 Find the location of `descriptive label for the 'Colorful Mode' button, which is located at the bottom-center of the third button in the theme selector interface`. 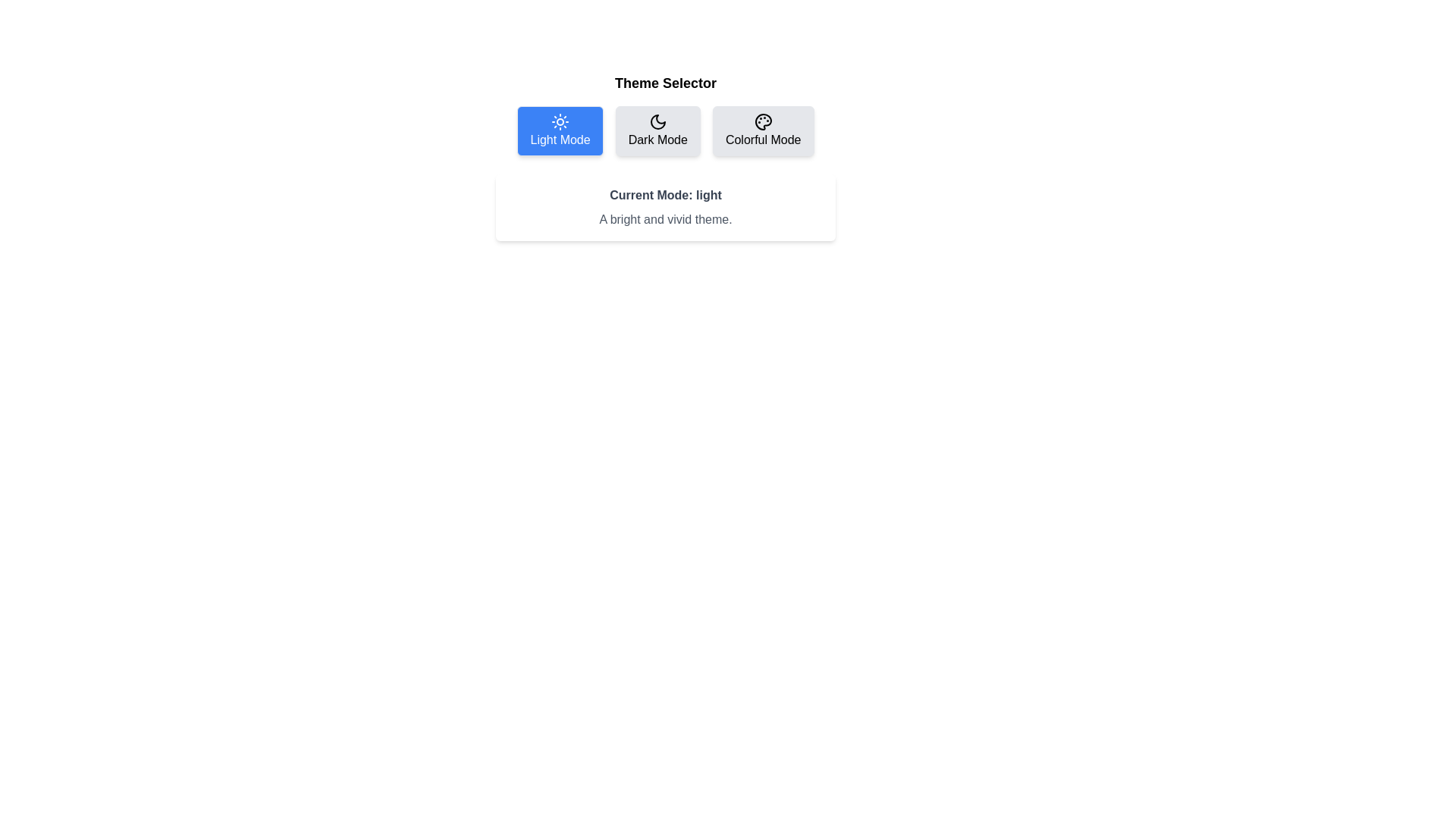

descriptive label for the 'Colorful Mode' button, which is located at the bottom-center of the third button in the theme selector interface is located at coordinates (763, 140).